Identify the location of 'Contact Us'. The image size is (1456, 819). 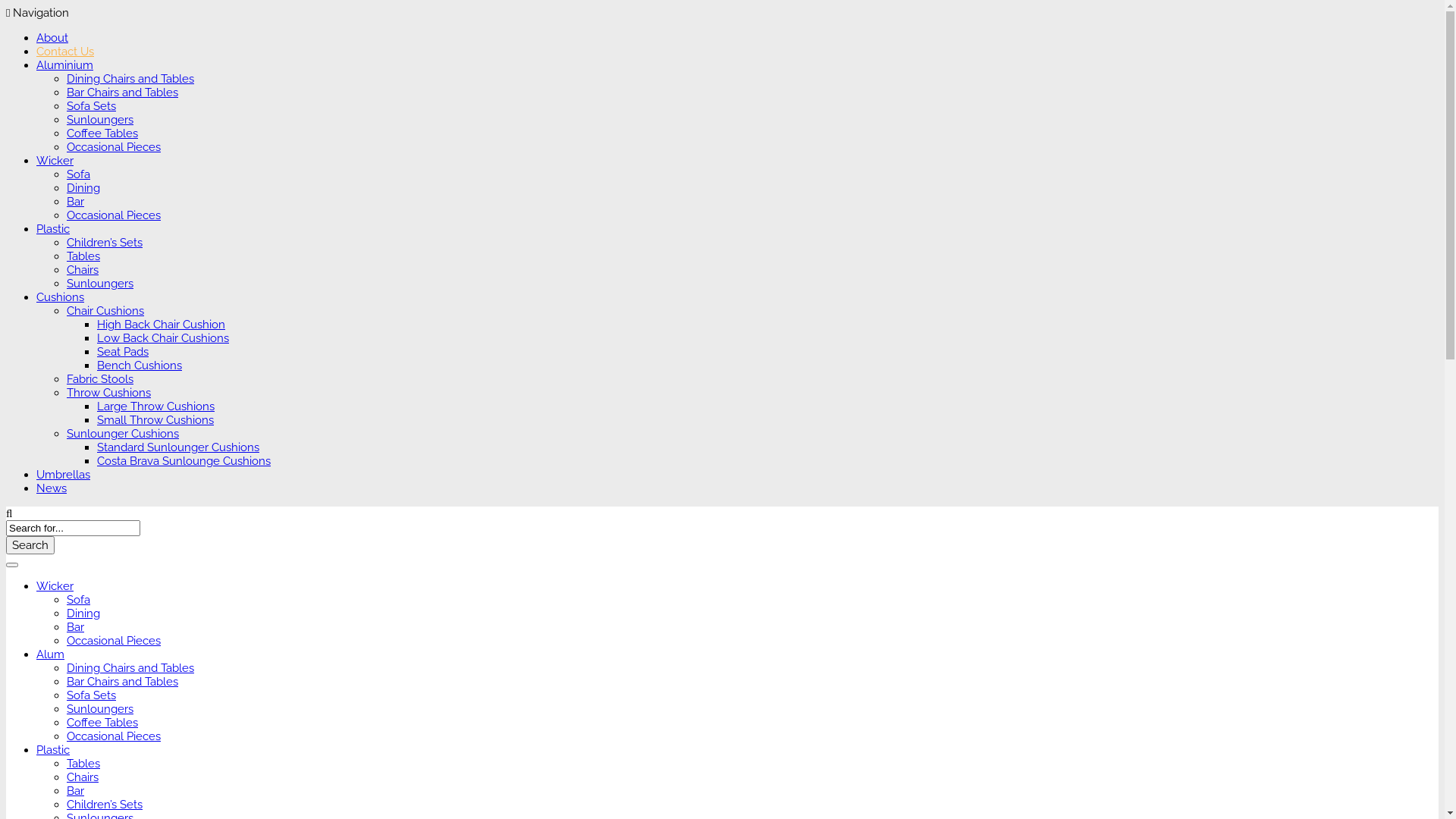
(36, 51).